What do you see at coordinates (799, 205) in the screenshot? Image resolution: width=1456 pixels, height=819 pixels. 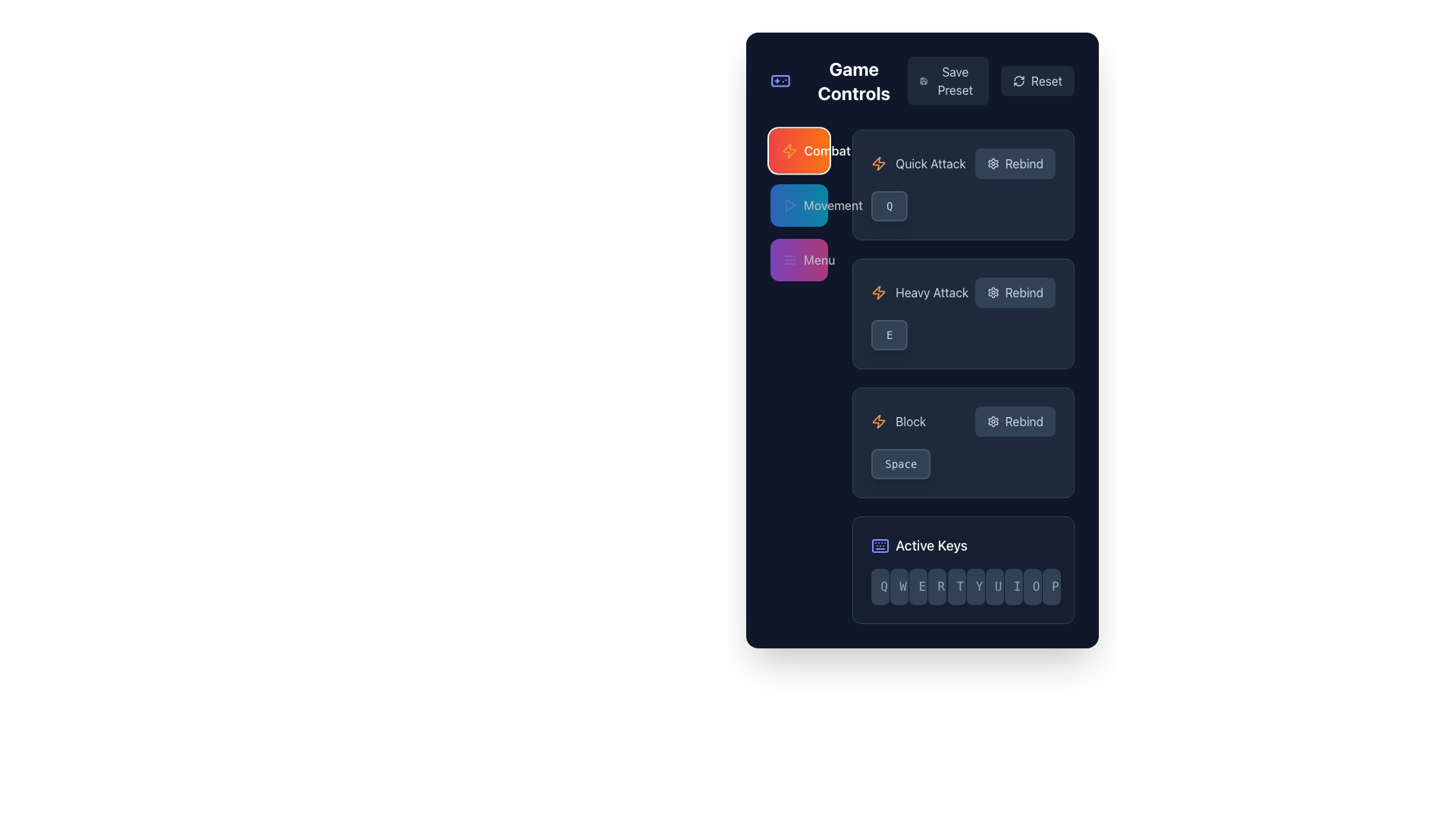 I see `the 'Movement' button located on the left side of the interface layout, below the 'Combat' button and above the 'Menu' button` at bounding box center [799, 205].